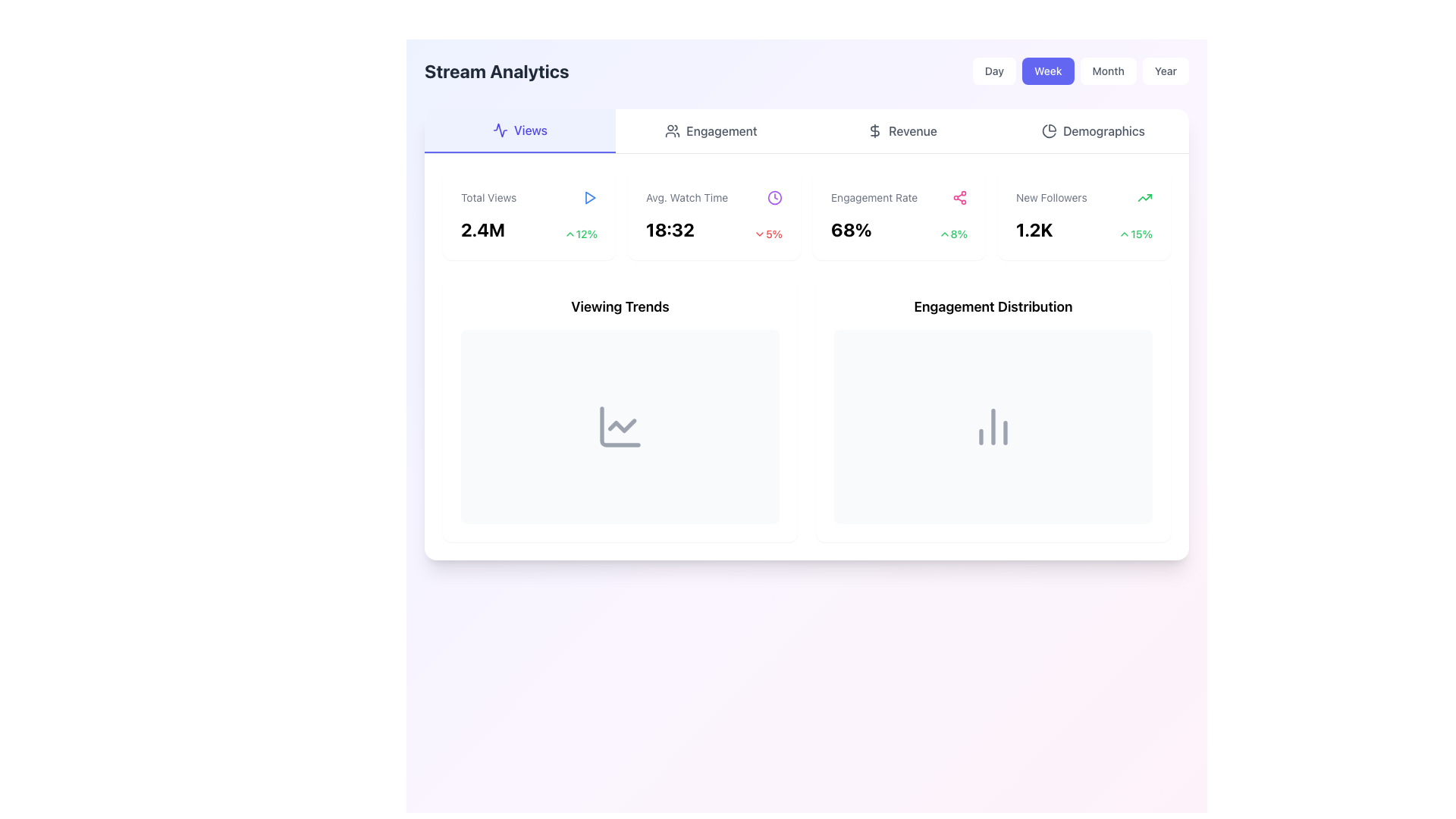 This screenshot has height=819, width=1456. What do you see at coordinates (1125, 234) in the screenshot?
I see `the minimalist upwards chevron icon, which is styled in green and indicates a positive trend, located next to the percentage value '15%' in the 'New Followers' card` at bounding box center [1125, 234].